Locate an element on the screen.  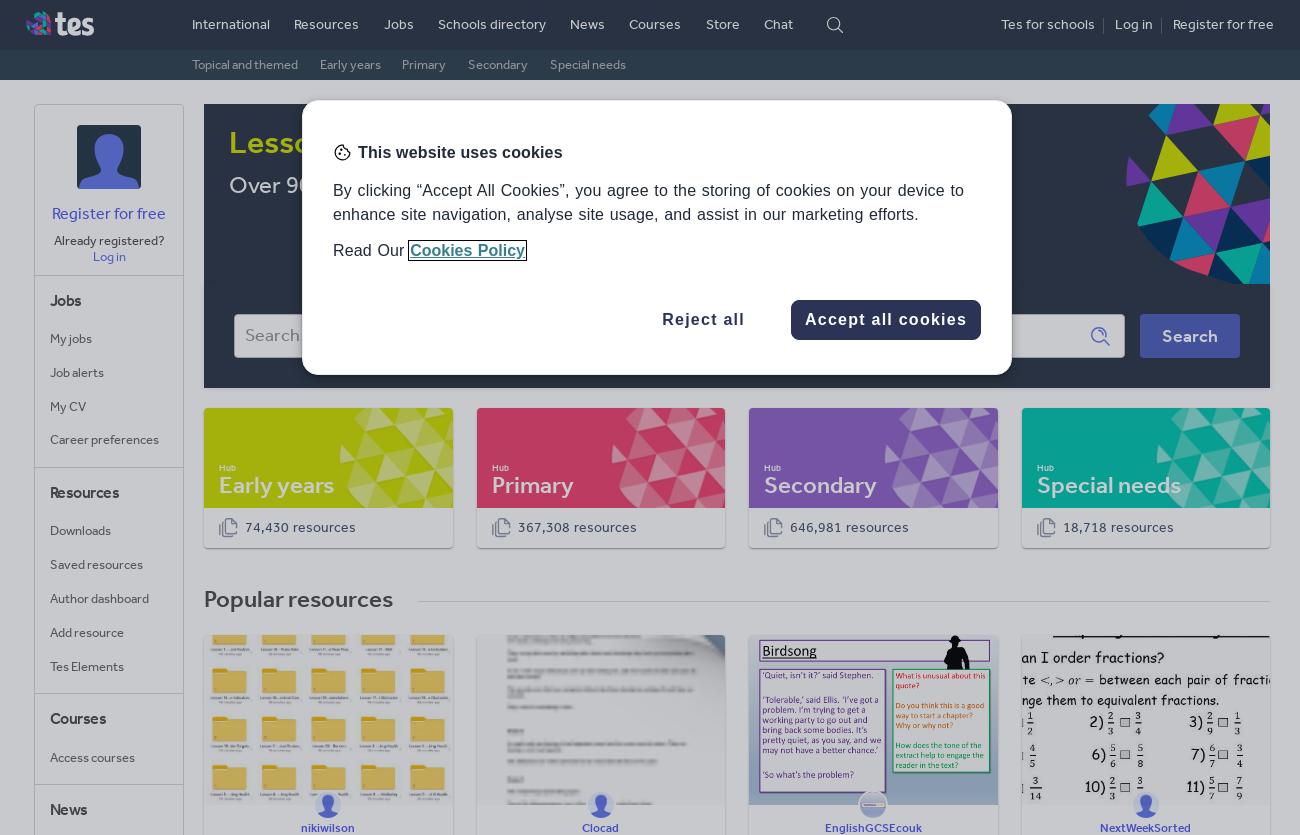
'Log in' is located at coordinates (108, 255).